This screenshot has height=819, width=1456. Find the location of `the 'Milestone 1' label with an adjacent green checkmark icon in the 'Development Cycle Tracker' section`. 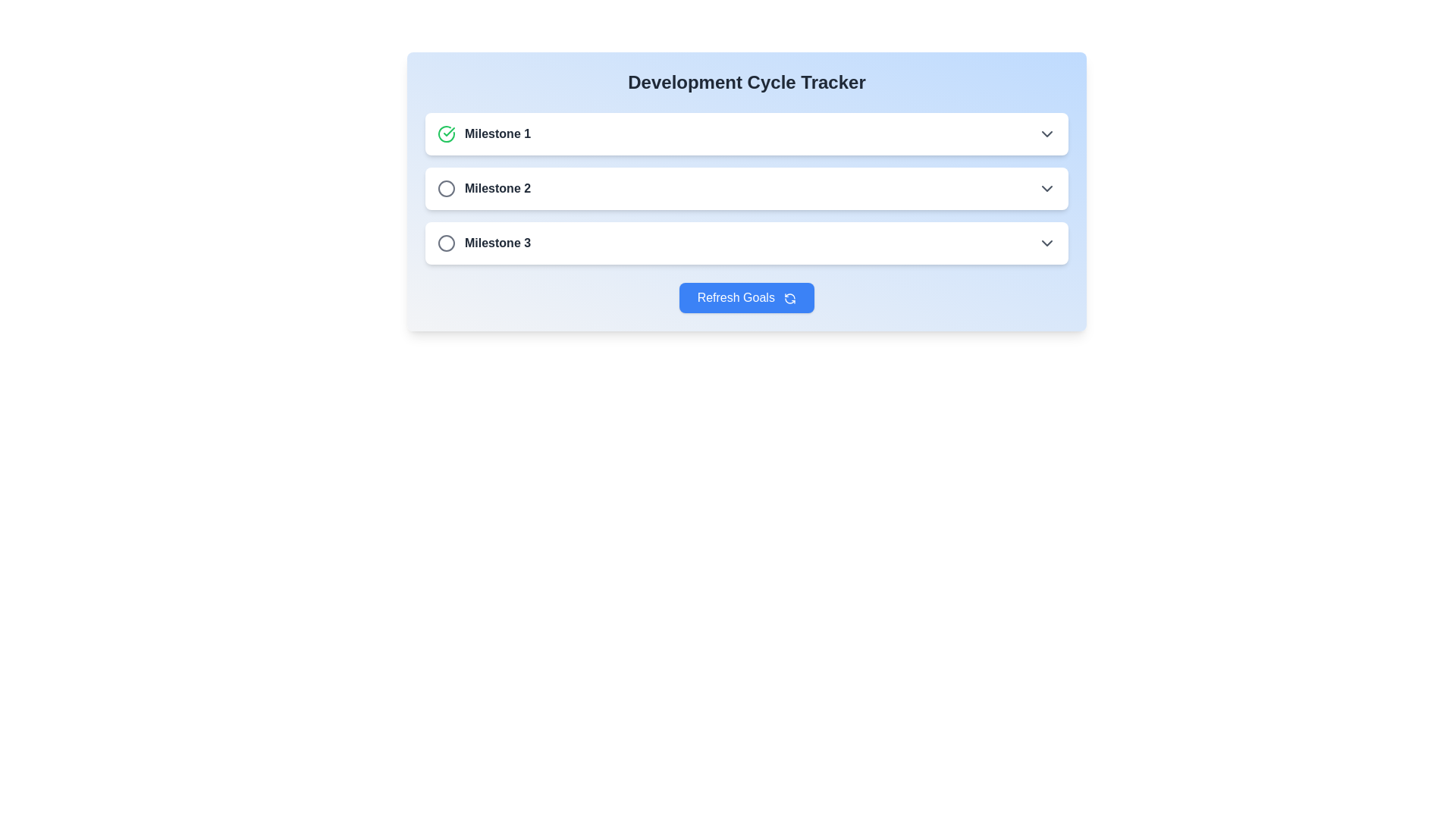

the 'Milestone 1' label with an adjacent green checkmark icon in the 'Development Cycle Tracker' section is located at coordinates (483, 133).